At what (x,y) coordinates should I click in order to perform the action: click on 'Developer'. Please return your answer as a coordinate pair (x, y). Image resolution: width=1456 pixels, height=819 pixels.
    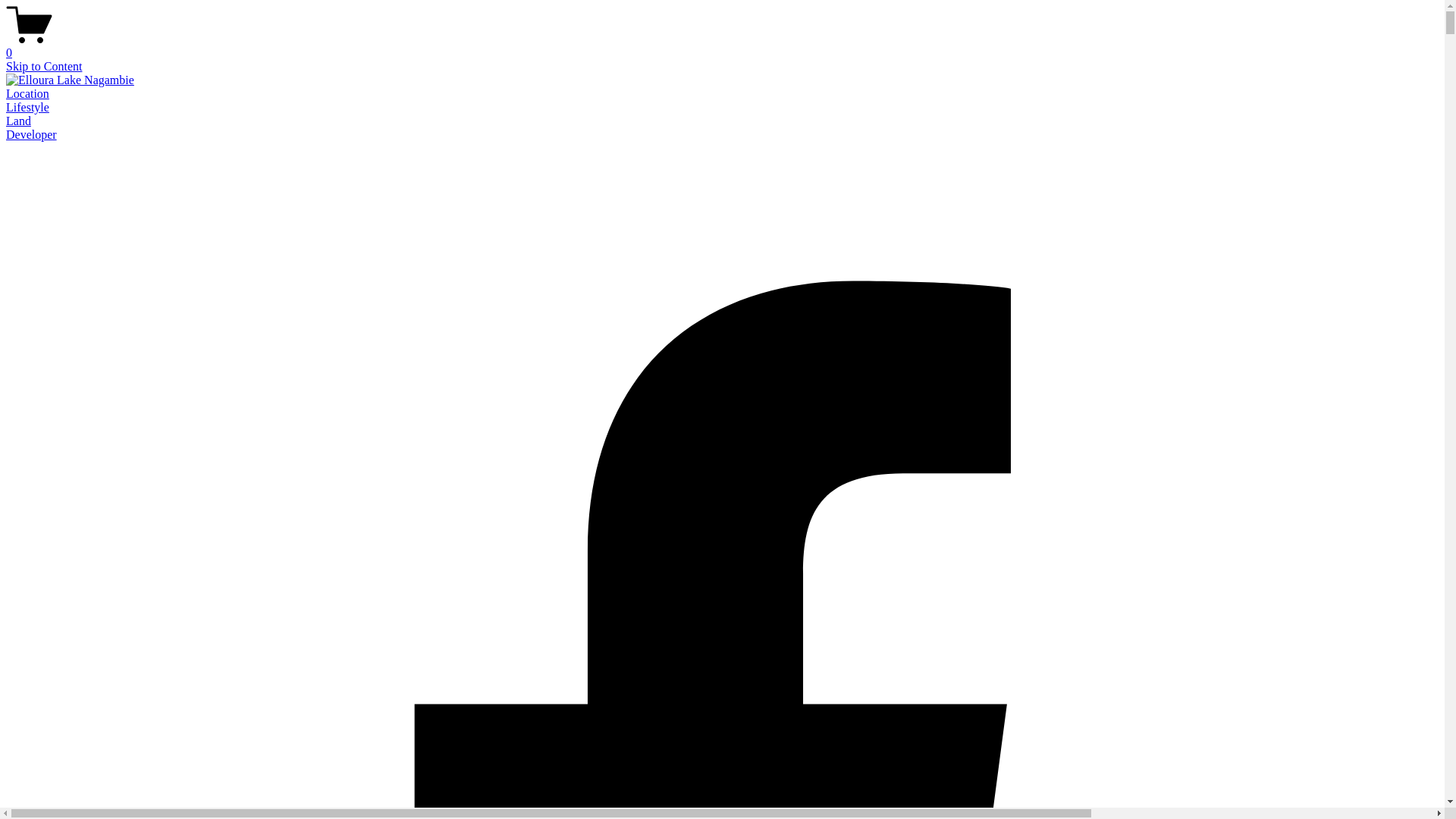
    Looking at the image, I should click on (31, 133).